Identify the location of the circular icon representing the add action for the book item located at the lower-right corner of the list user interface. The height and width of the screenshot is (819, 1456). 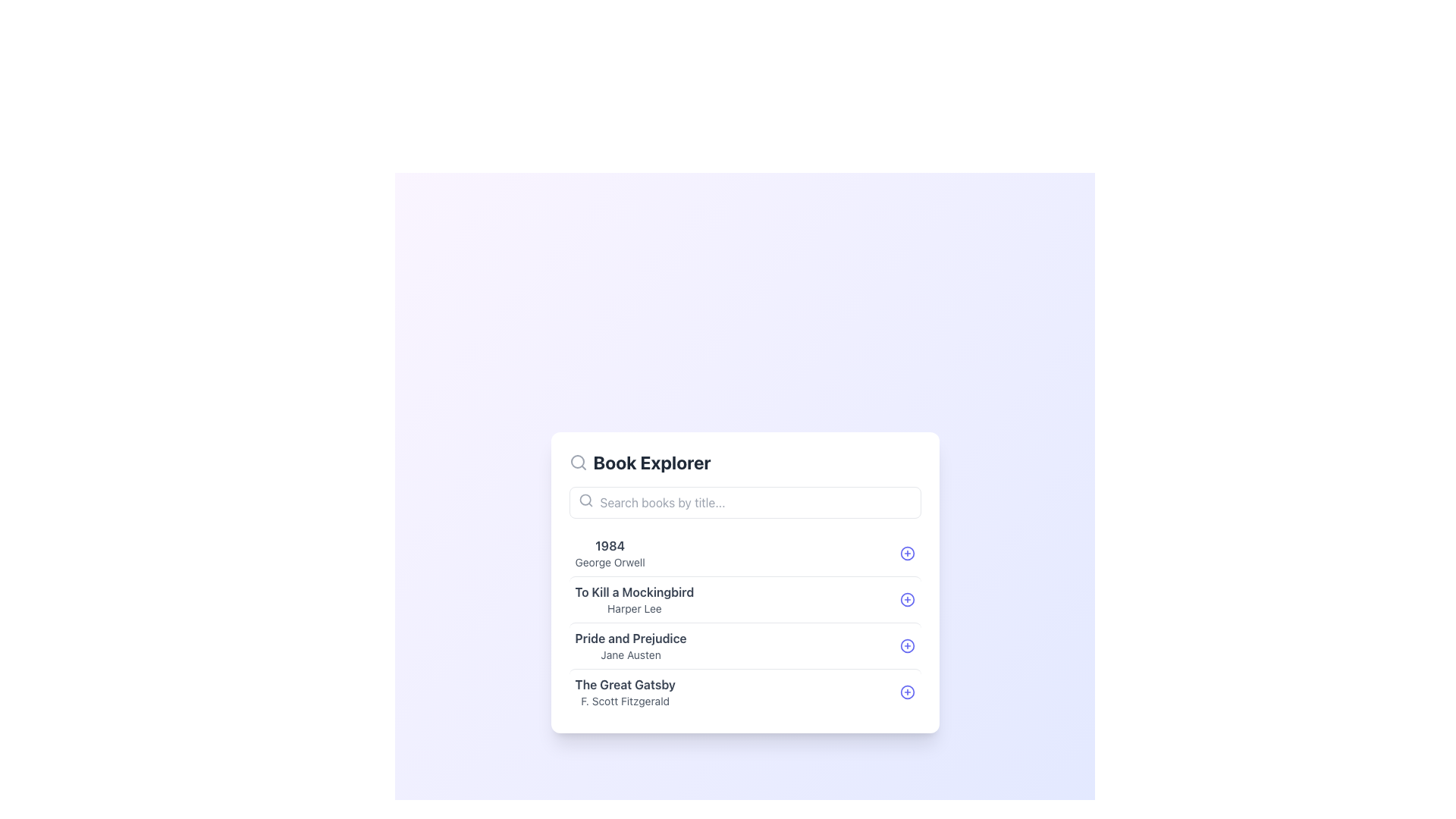
(907, 692).